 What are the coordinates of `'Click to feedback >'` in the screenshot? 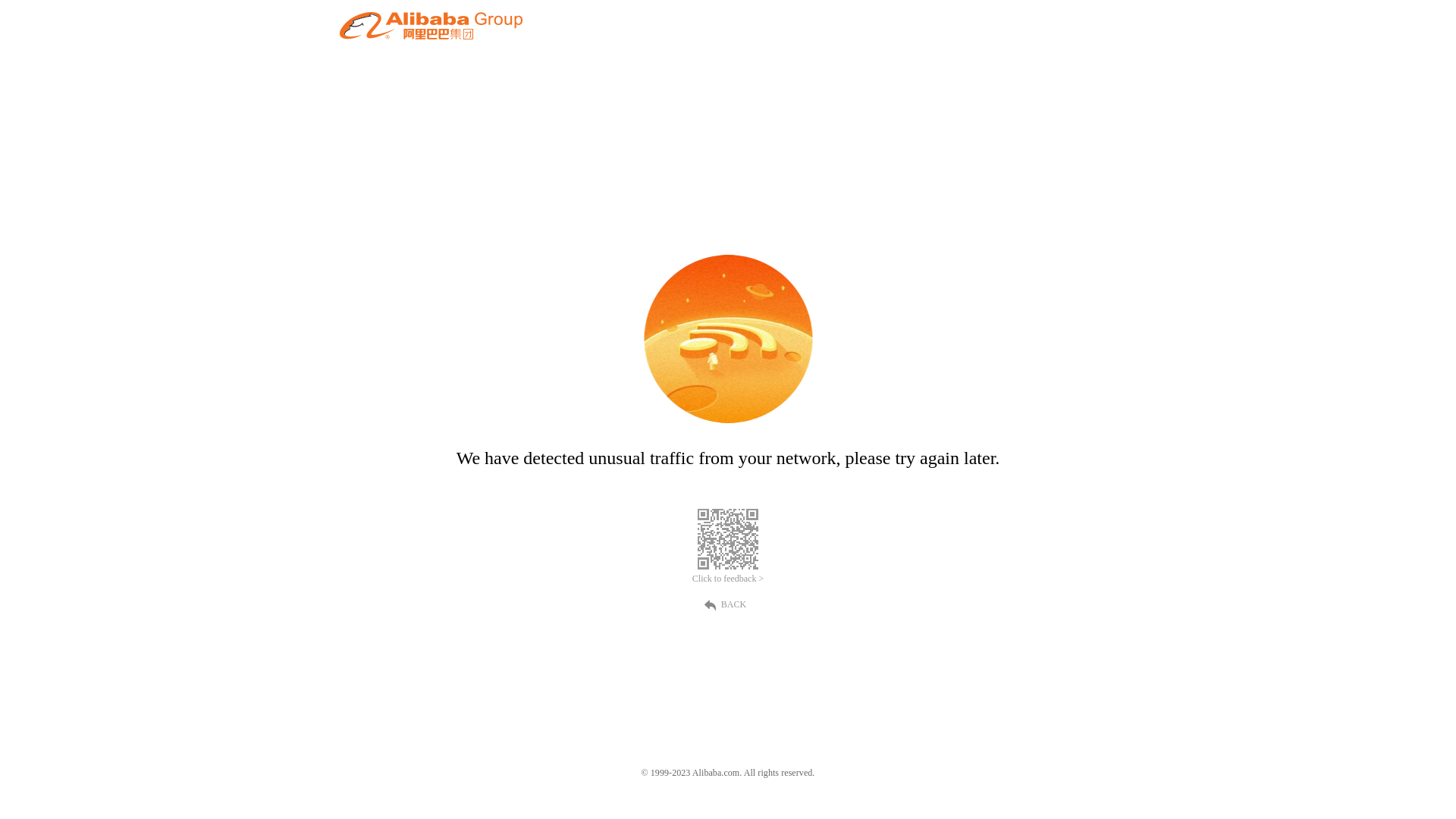 It's located at (728, 579).